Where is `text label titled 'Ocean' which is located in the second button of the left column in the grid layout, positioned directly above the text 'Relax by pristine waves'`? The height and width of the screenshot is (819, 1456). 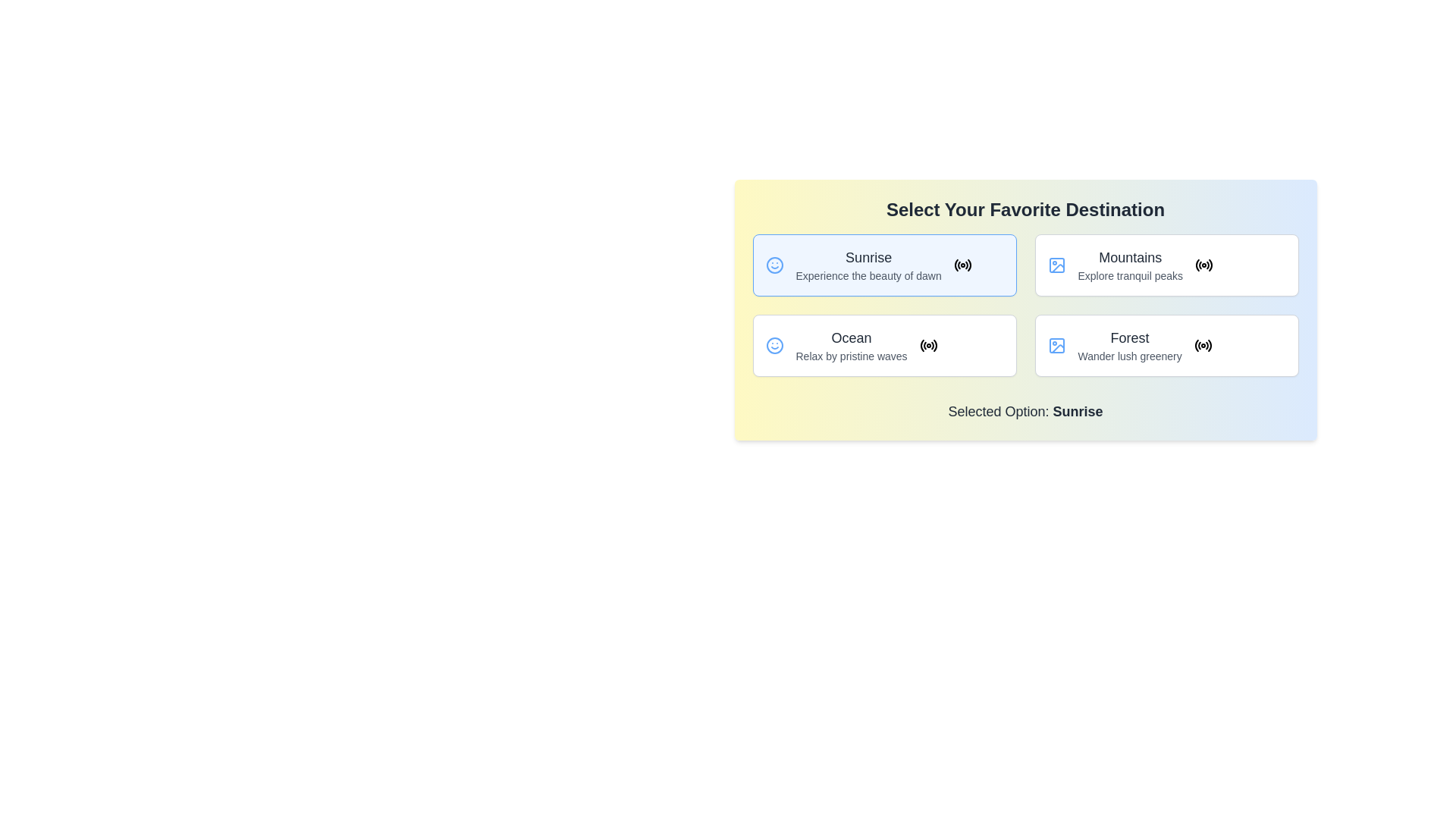
text label titled 'Ocean' which is located in the second button of the left column in the grid layout, positioned directly above the text 'Relax by pristine waves' is located at coordinates (852, 337).